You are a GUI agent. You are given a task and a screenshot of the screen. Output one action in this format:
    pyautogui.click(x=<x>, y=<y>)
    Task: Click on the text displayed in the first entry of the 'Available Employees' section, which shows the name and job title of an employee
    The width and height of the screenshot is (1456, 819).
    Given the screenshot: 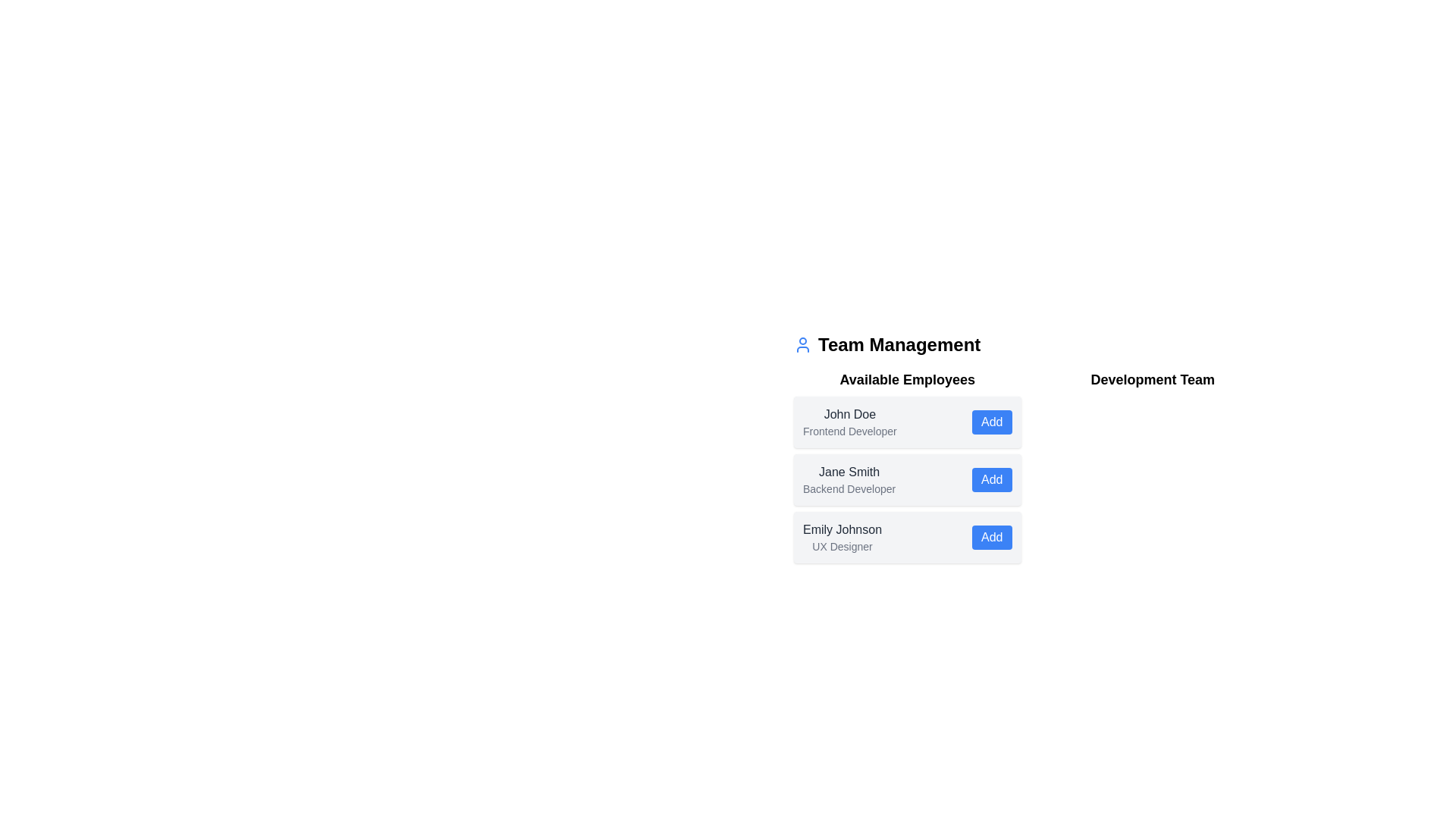 What is the action you would take?
    pyautogui.click(x=849, y=422)
    